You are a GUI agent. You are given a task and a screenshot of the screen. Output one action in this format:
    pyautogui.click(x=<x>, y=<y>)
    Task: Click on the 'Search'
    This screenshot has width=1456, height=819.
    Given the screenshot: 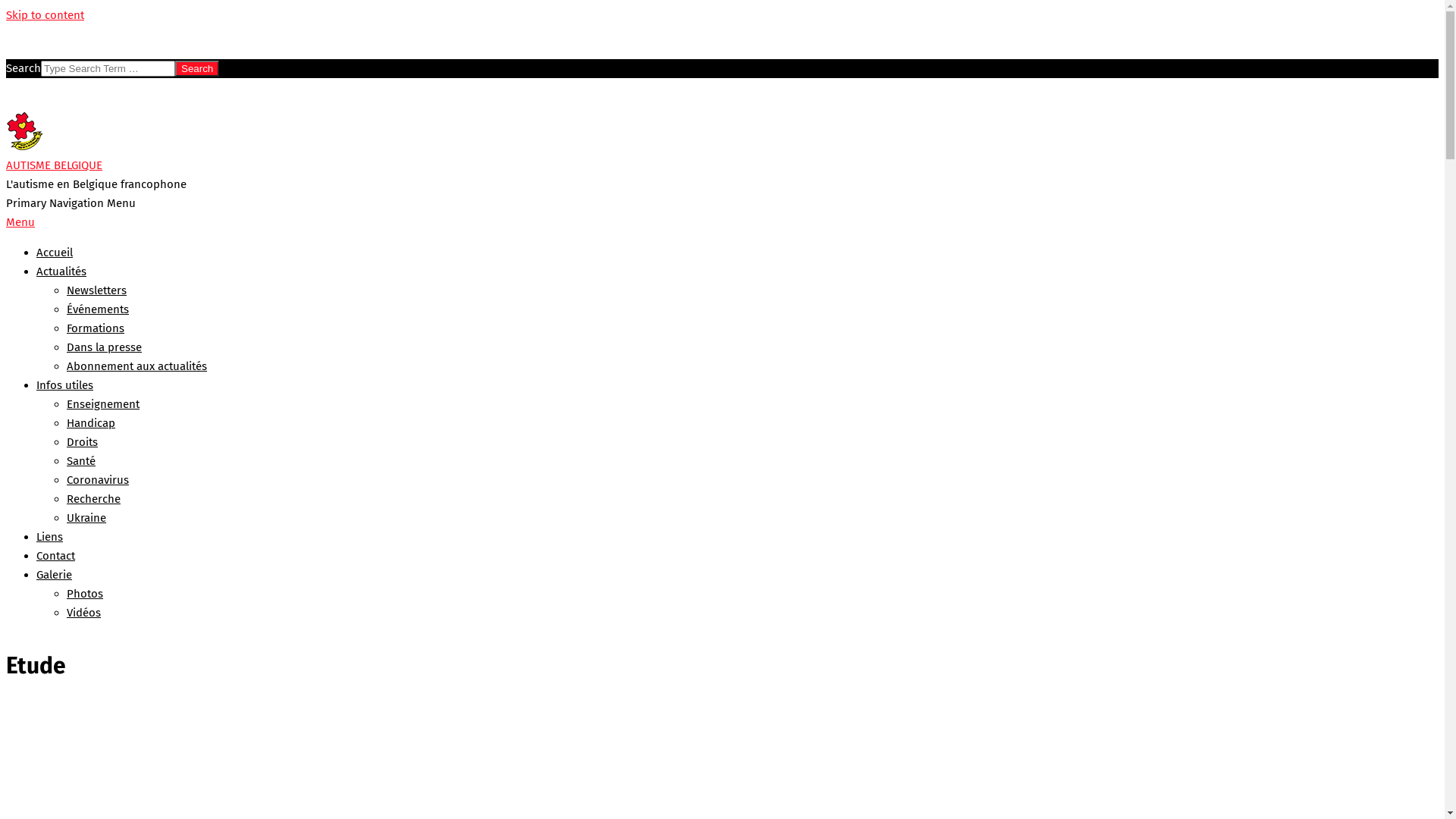 What is the action you would take?
    pyautogui.click(x=196, y=68)
    